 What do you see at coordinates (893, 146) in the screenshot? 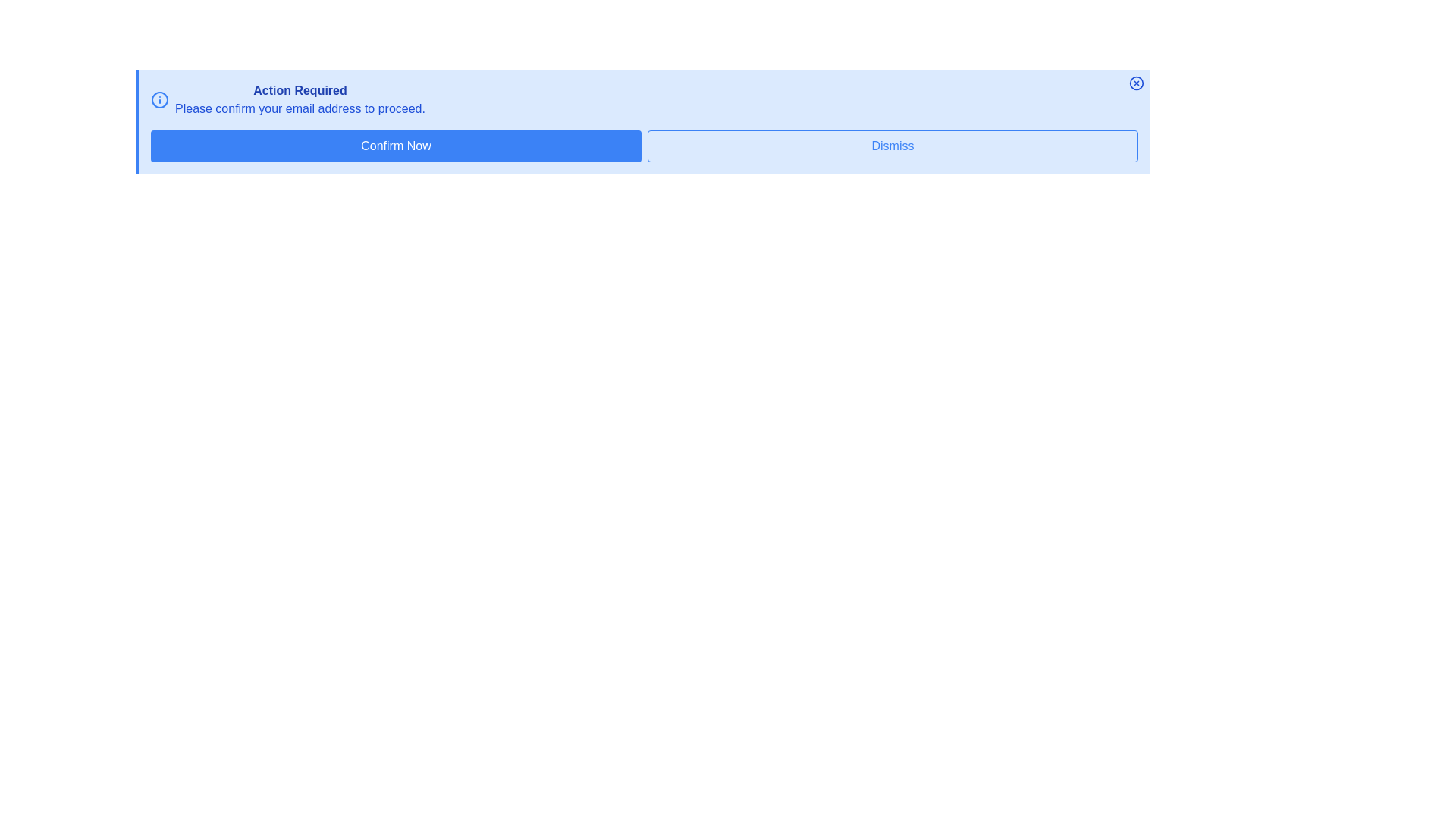
I see `'Dismiss' button to close the alert` at bounding box center [893, 146].